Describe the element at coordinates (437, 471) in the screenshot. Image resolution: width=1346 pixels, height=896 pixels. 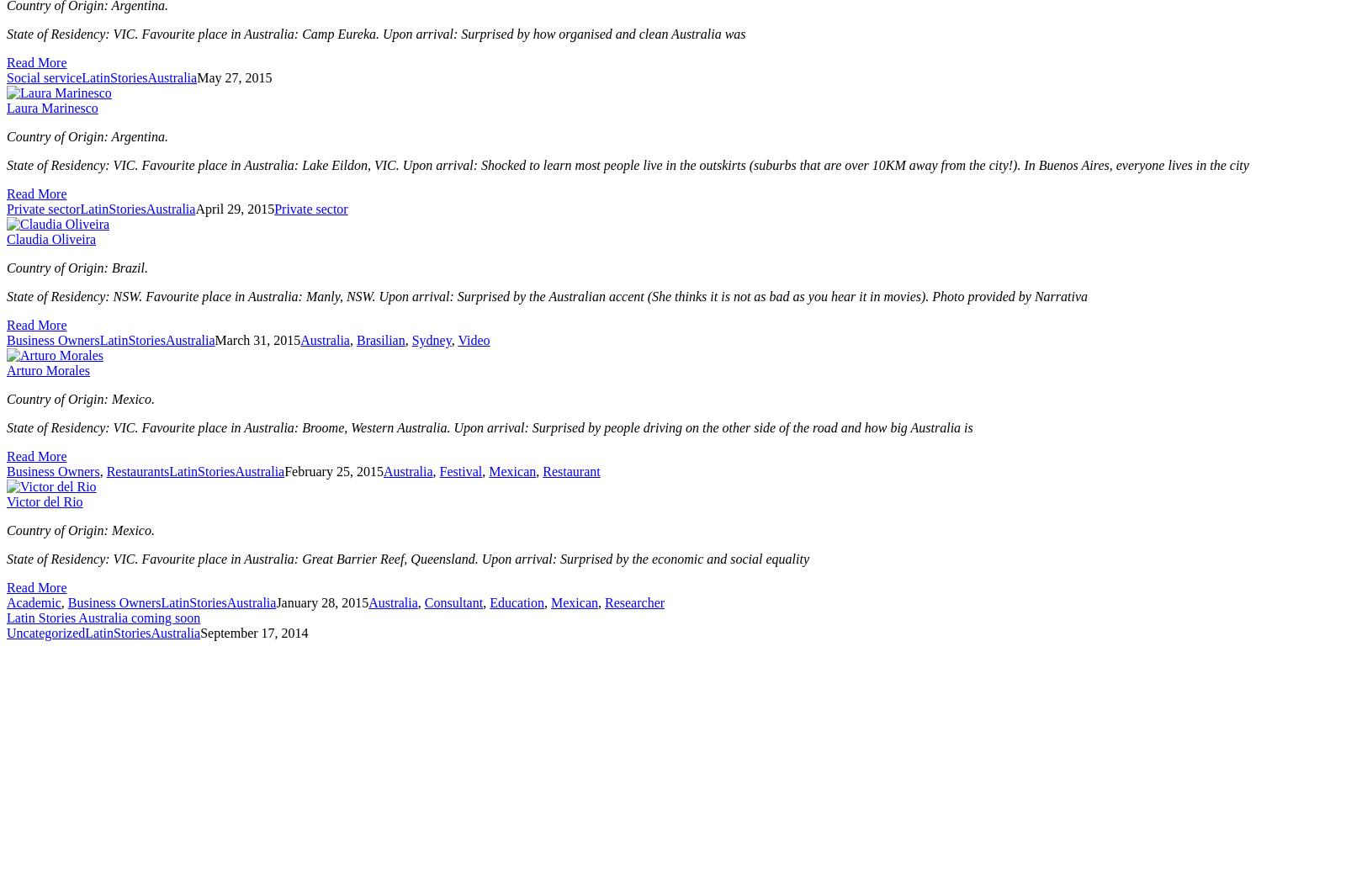
I see `'Festival'` at that location.